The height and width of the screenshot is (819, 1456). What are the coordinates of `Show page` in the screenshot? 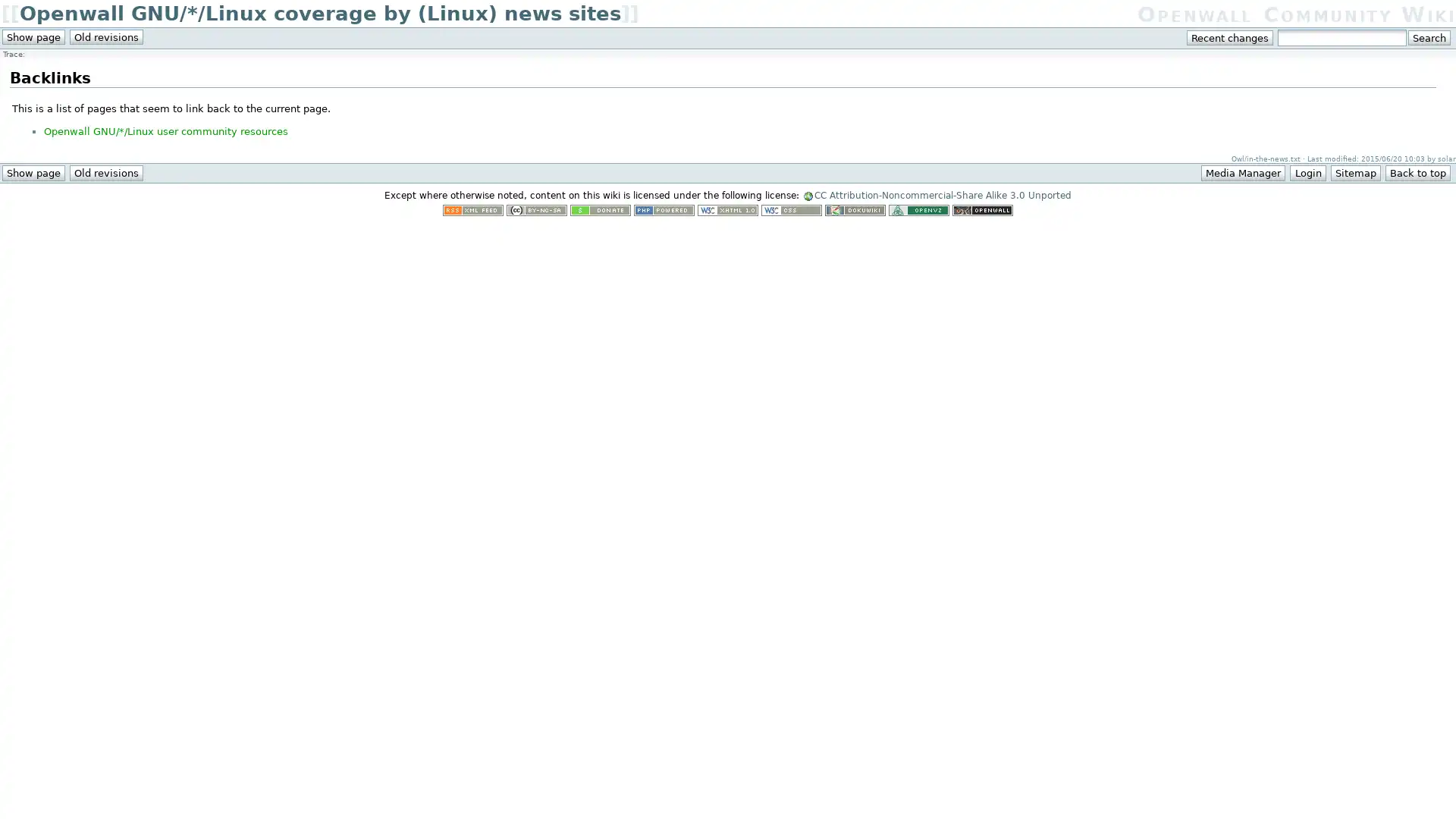 It's located at (33, 171).